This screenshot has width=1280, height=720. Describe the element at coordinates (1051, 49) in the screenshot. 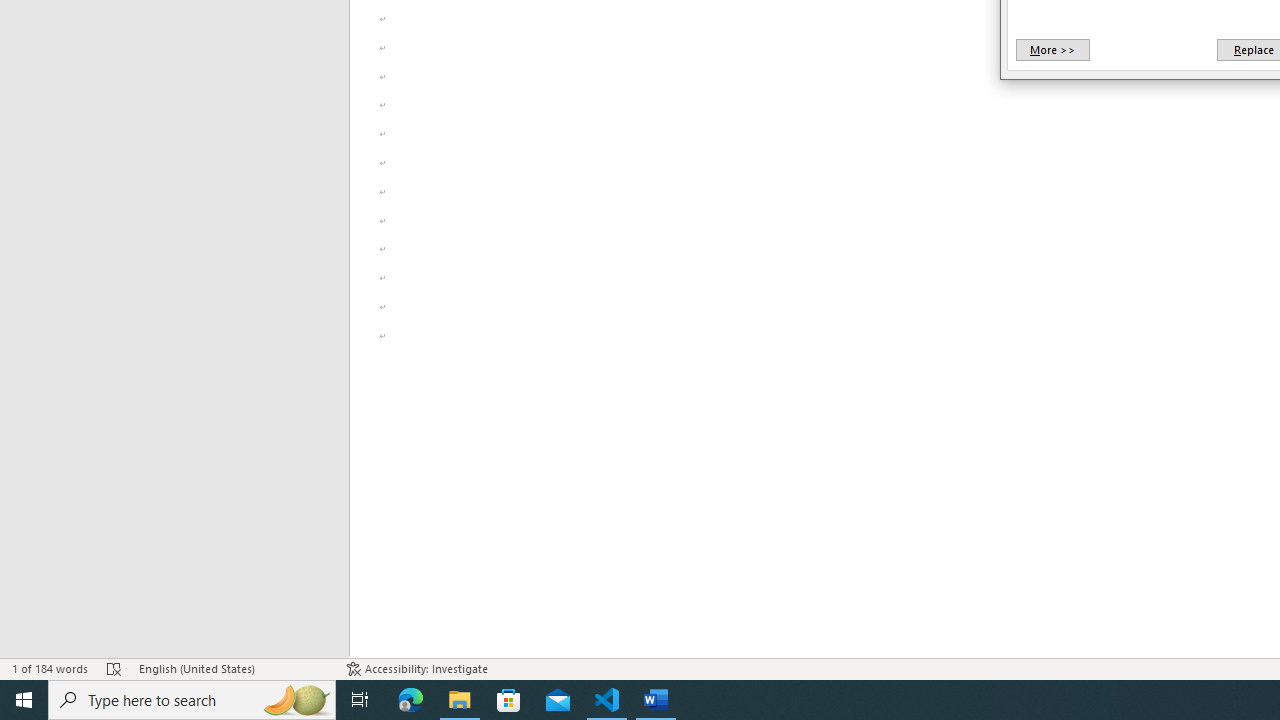

I see `'More >>'` at that location.